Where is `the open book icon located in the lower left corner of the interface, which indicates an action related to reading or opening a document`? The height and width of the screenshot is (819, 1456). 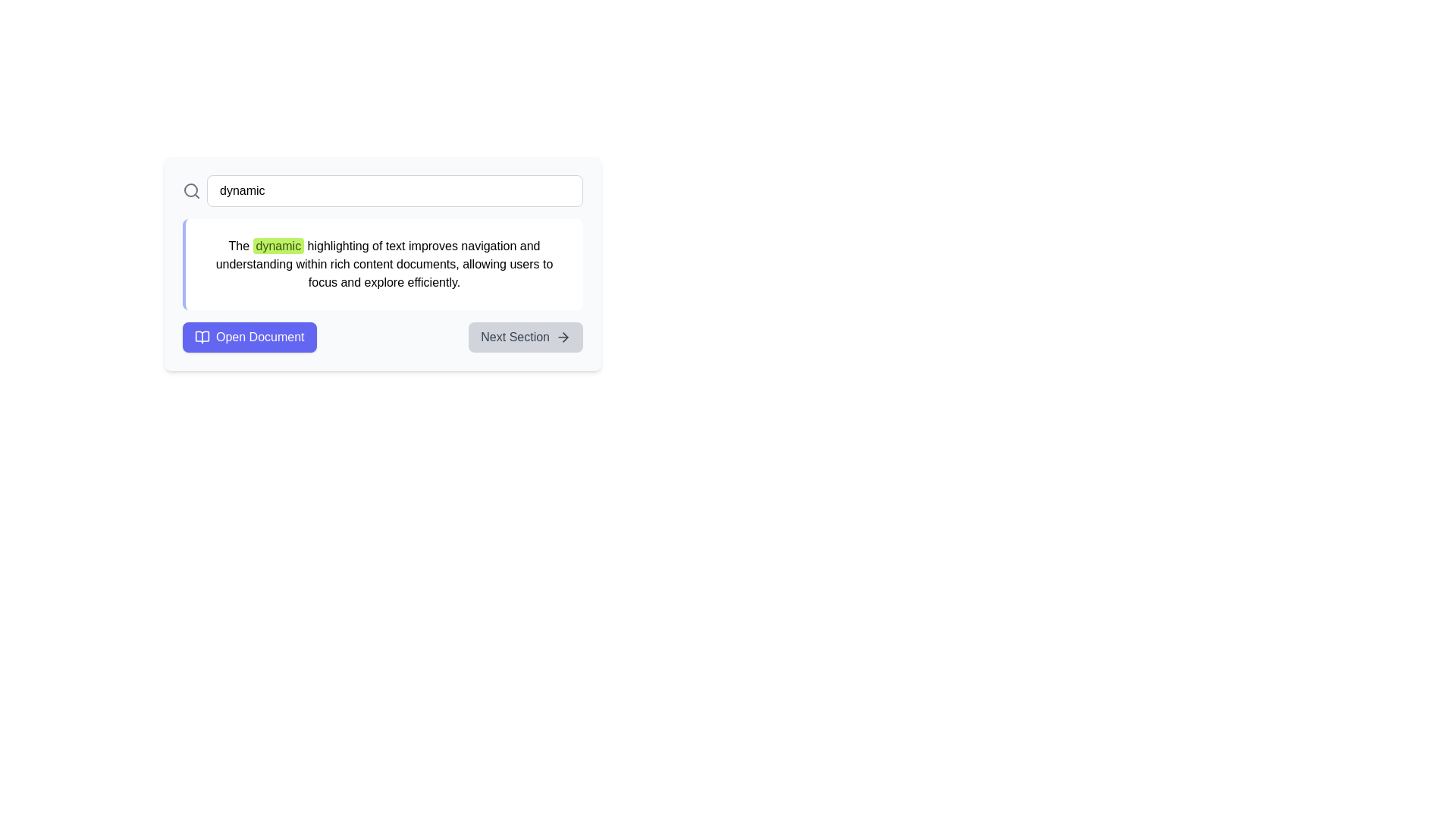
the open book icon located in the lower left corner of the interface, which indicates an action related to reading or opening a document is located at coordinates (202, 336).